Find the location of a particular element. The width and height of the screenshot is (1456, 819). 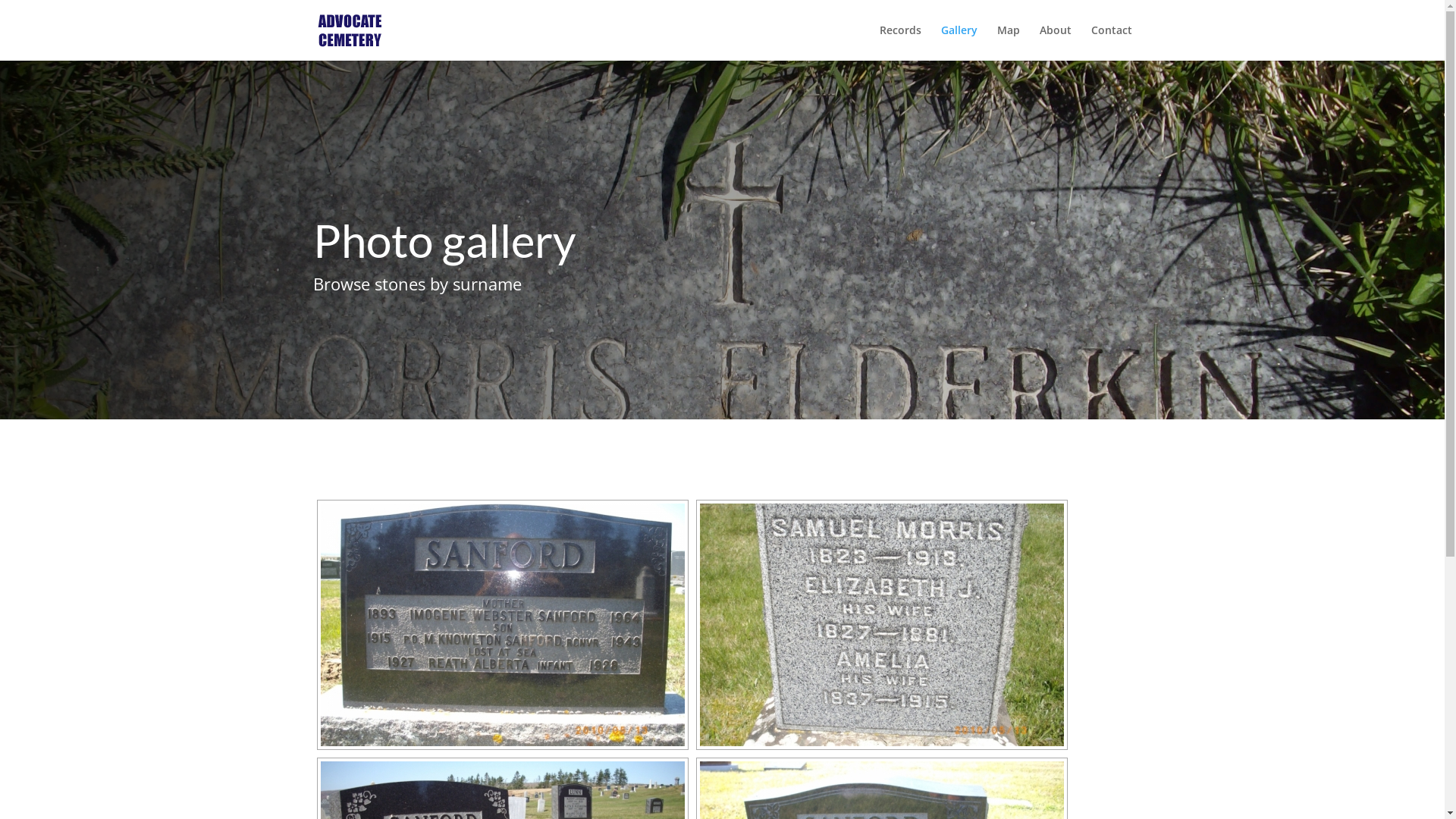

'Gallery' is located at coordinates (957, 42).